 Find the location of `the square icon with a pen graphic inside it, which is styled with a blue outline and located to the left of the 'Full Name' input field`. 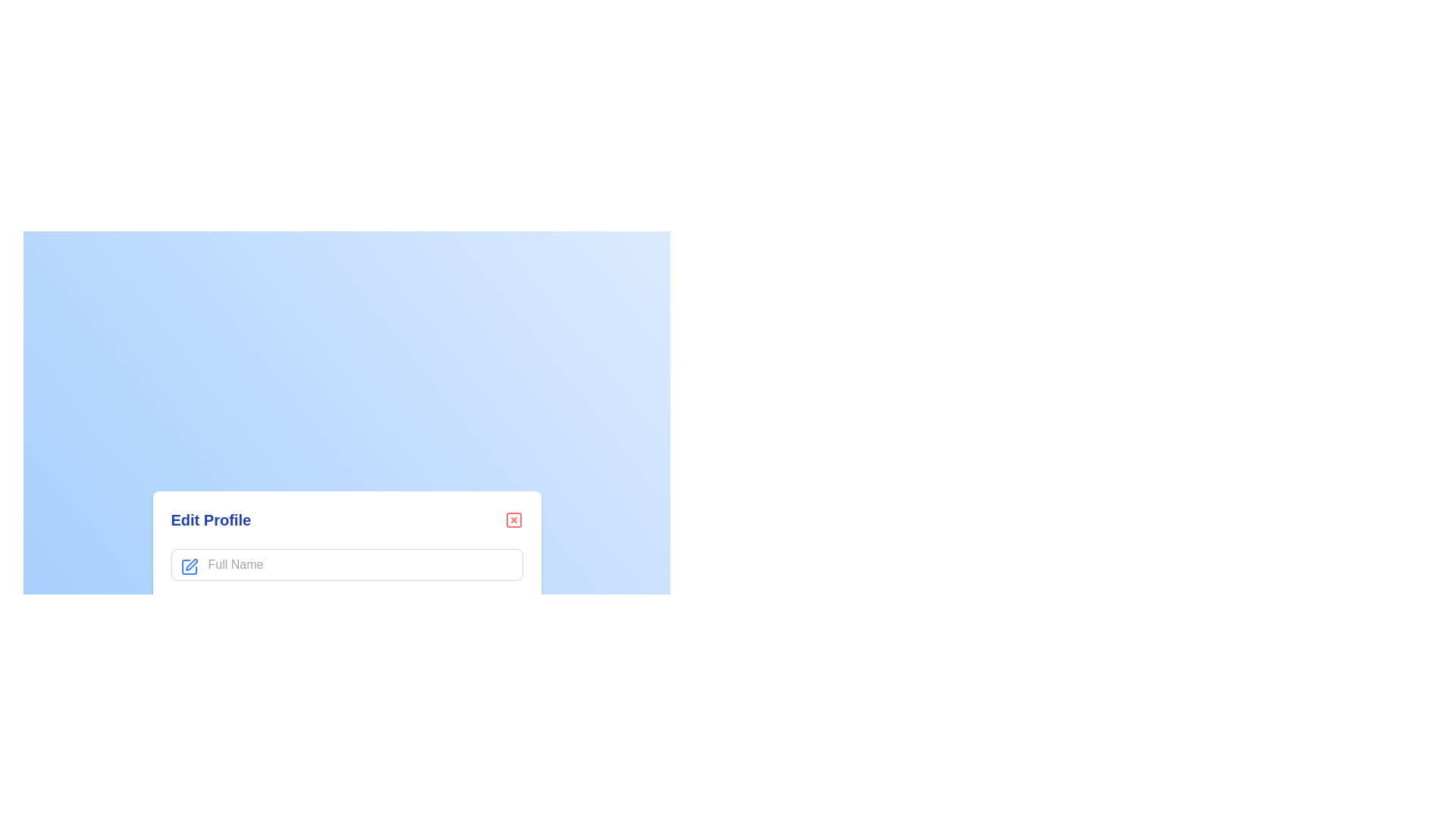

the square icon with a pen graphic inside it, which is styled with a blue outline and located to the left of the 'Full Name' input field is located at coordinates (188, 567).